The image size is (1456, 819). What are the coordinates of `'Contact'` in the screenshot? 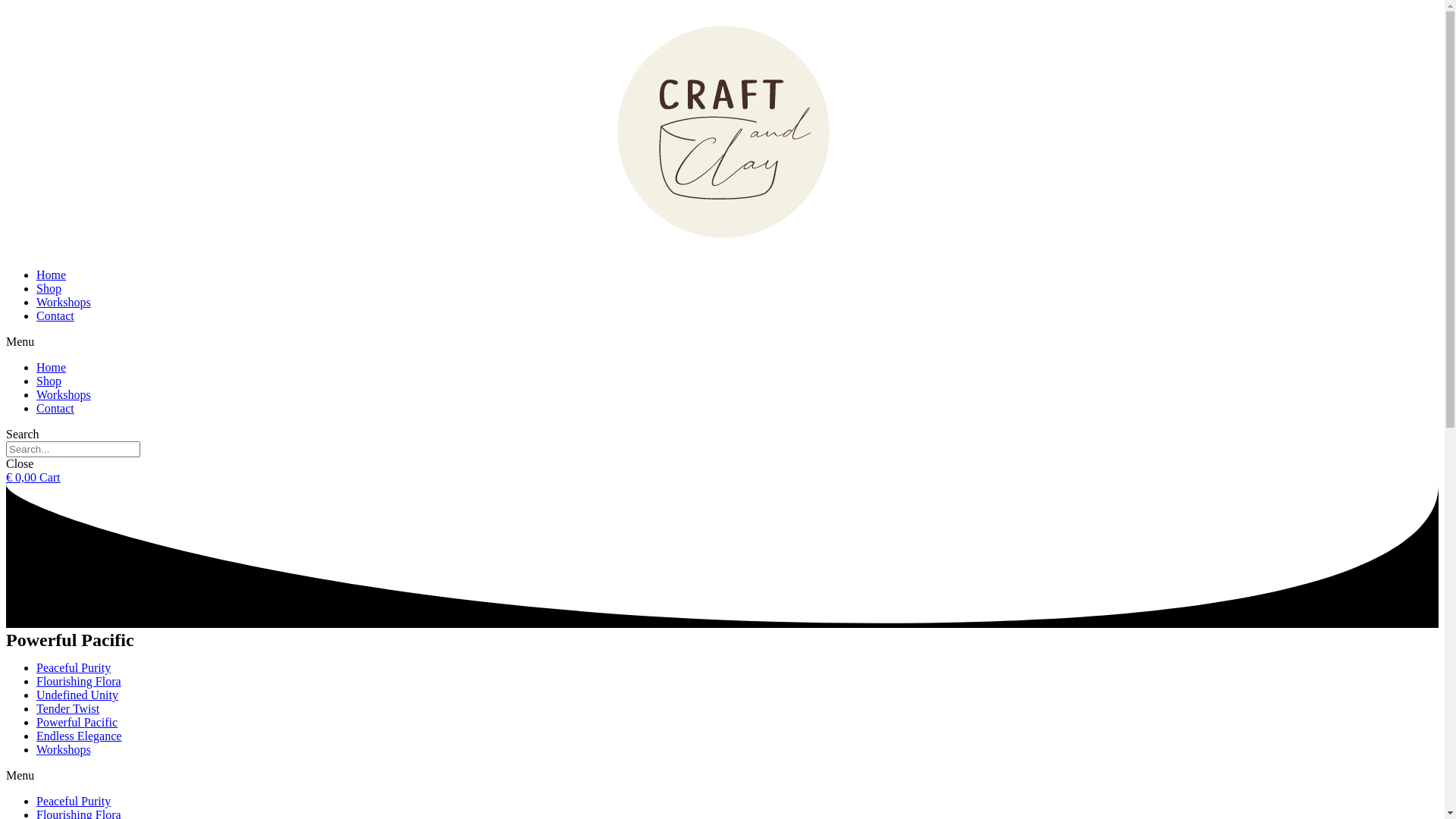 It's located at (55, 407).